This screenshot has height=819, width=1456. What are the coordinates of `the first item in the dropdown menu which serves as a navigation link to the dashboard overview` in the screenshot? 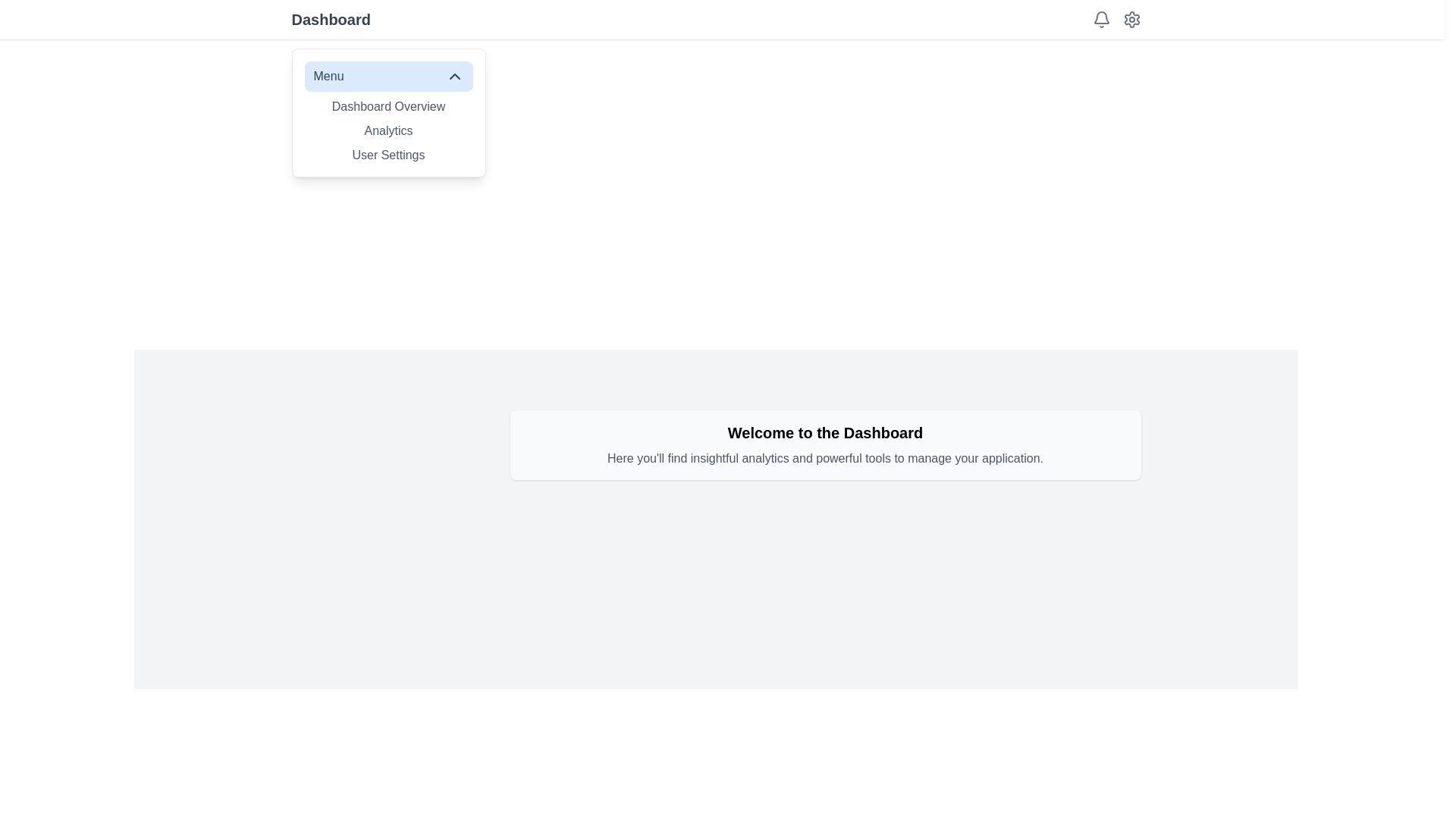 It's located at (388, 106).